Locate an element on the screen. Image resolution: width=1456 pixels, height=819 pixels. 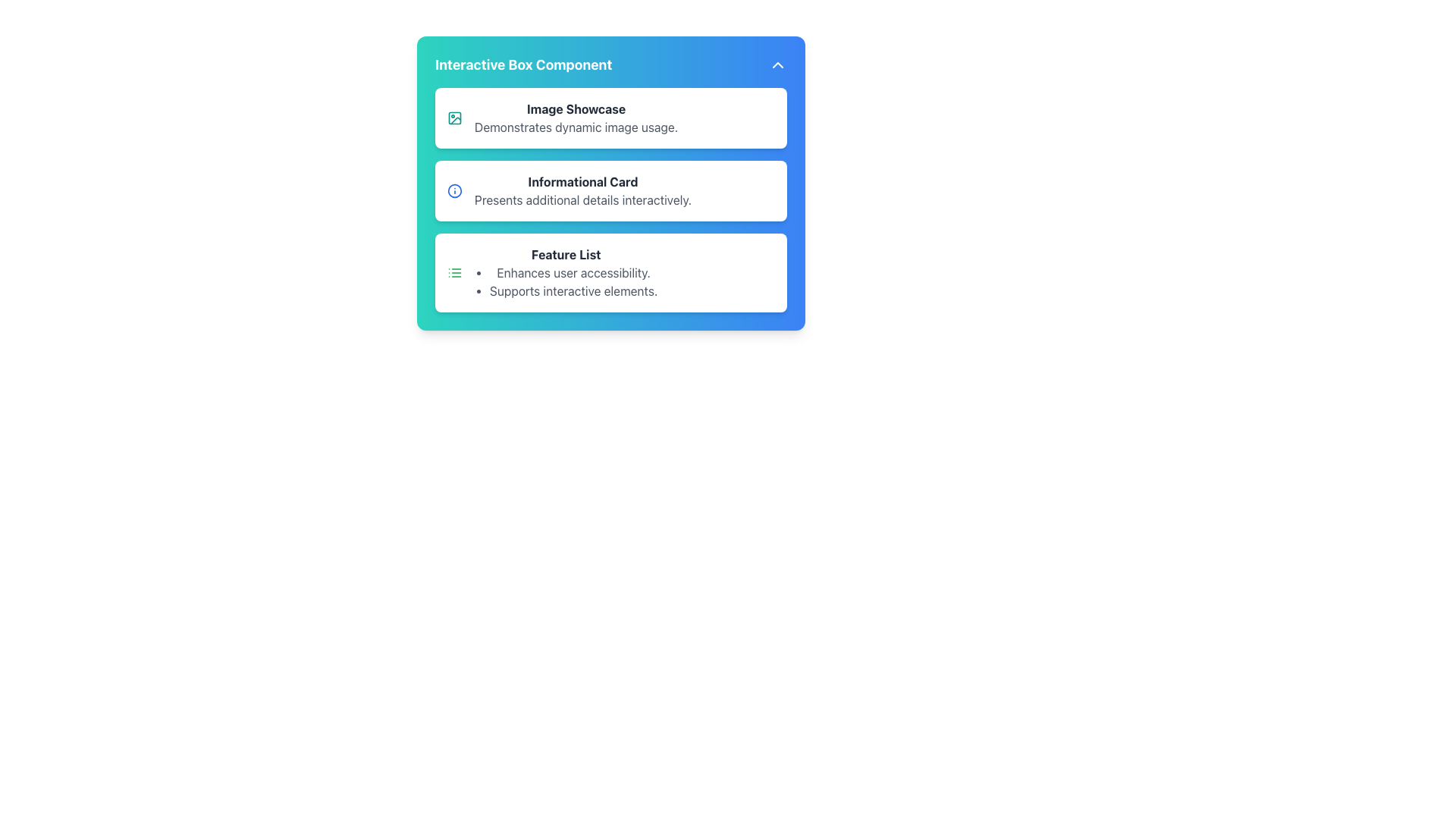
text block that serves as a labeled description for a feature, which combines a title and a subtitle about dynamic image functionality, positioned centrally at the top of a white rounded box is located at coordinates (576, 117).